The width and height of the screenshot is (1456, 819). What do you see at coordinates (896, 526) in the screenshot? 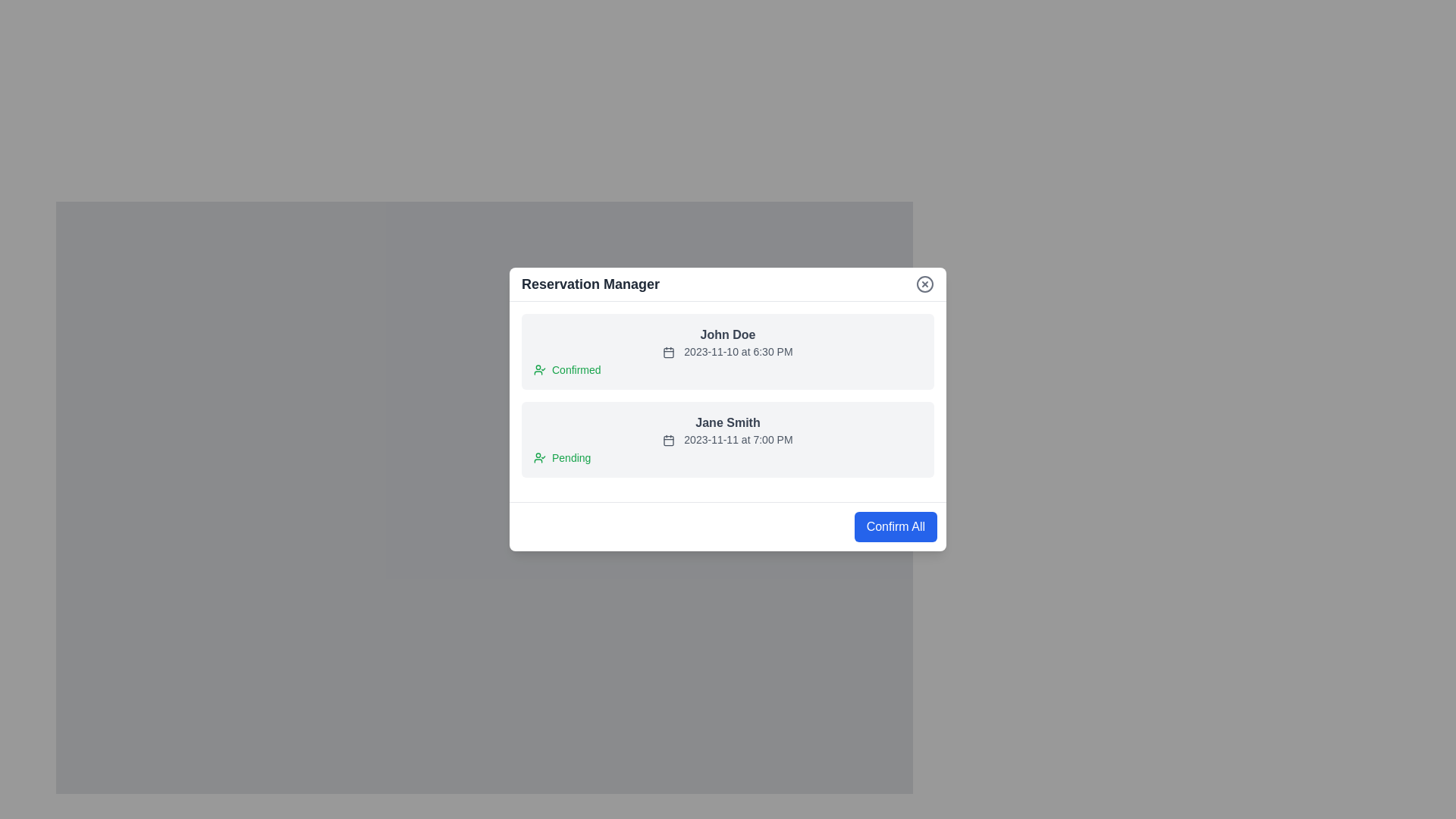
I see `the confirmation button located at the bottom-right corner of the 'Reservation Manager' modal` at bounding box center [896, 526].